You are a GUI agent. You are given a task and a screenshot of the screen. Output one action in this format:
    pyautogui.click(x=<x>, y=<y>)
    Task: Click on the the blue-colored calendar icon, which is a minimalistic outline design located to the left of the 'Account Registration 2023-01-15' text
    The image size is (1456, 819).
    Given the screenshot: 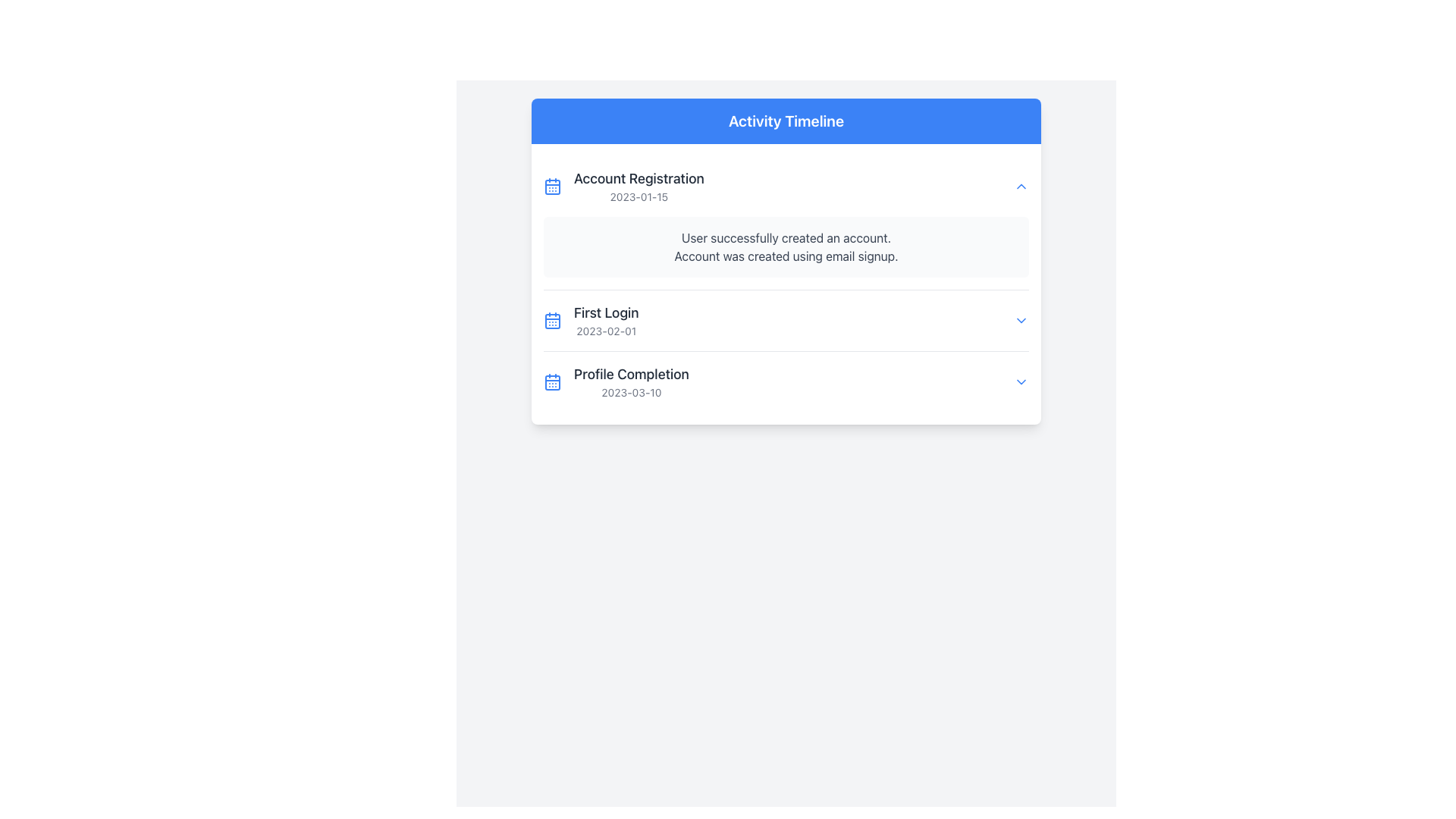 What is the action you would take?
    pyautogui.click(x=552, y=186)
    